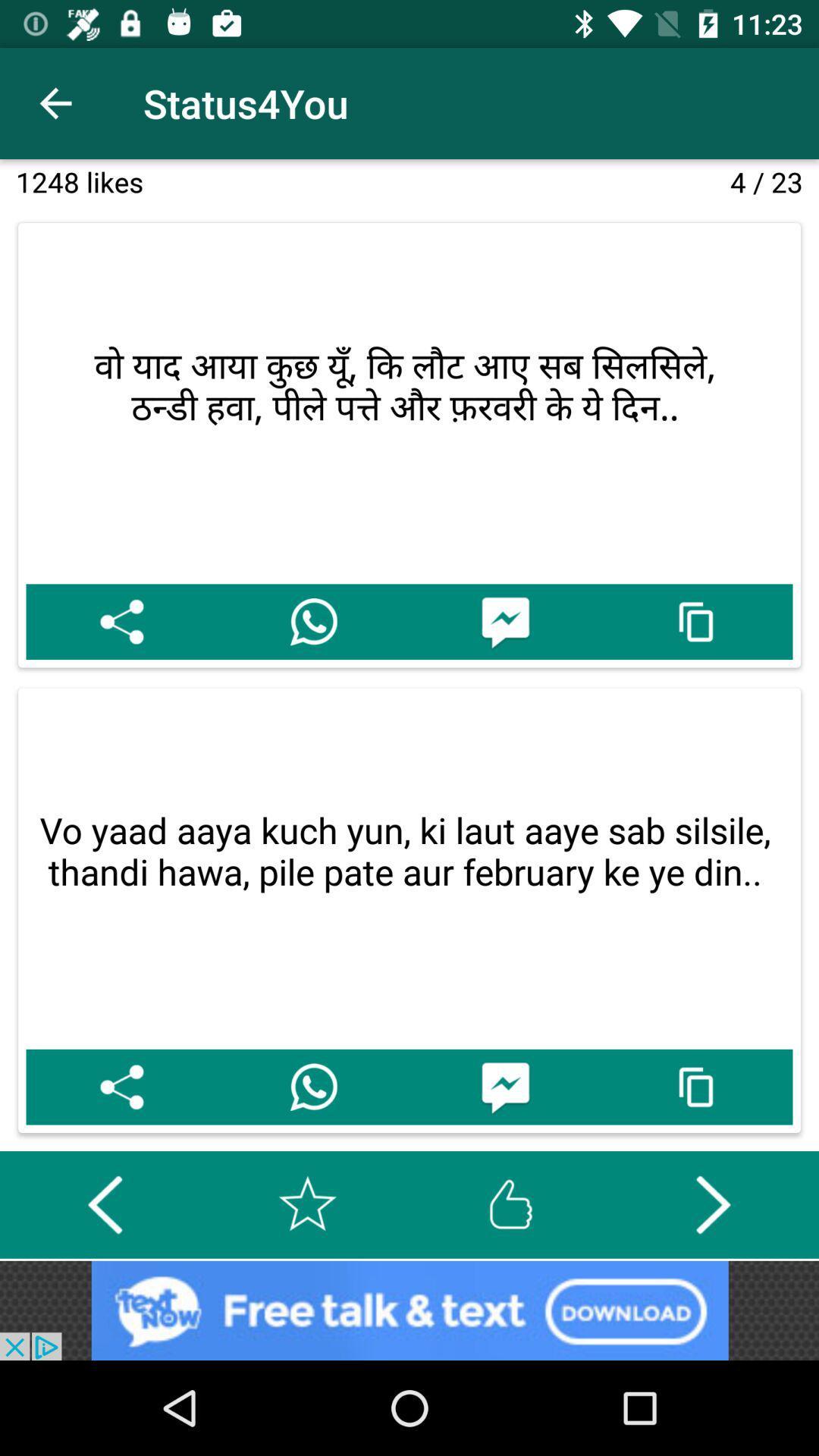 This screenshot has width=819, height=1456. Describe the element at coordinates (312, 1086) in the screenshot. I see `contacts` at that location.